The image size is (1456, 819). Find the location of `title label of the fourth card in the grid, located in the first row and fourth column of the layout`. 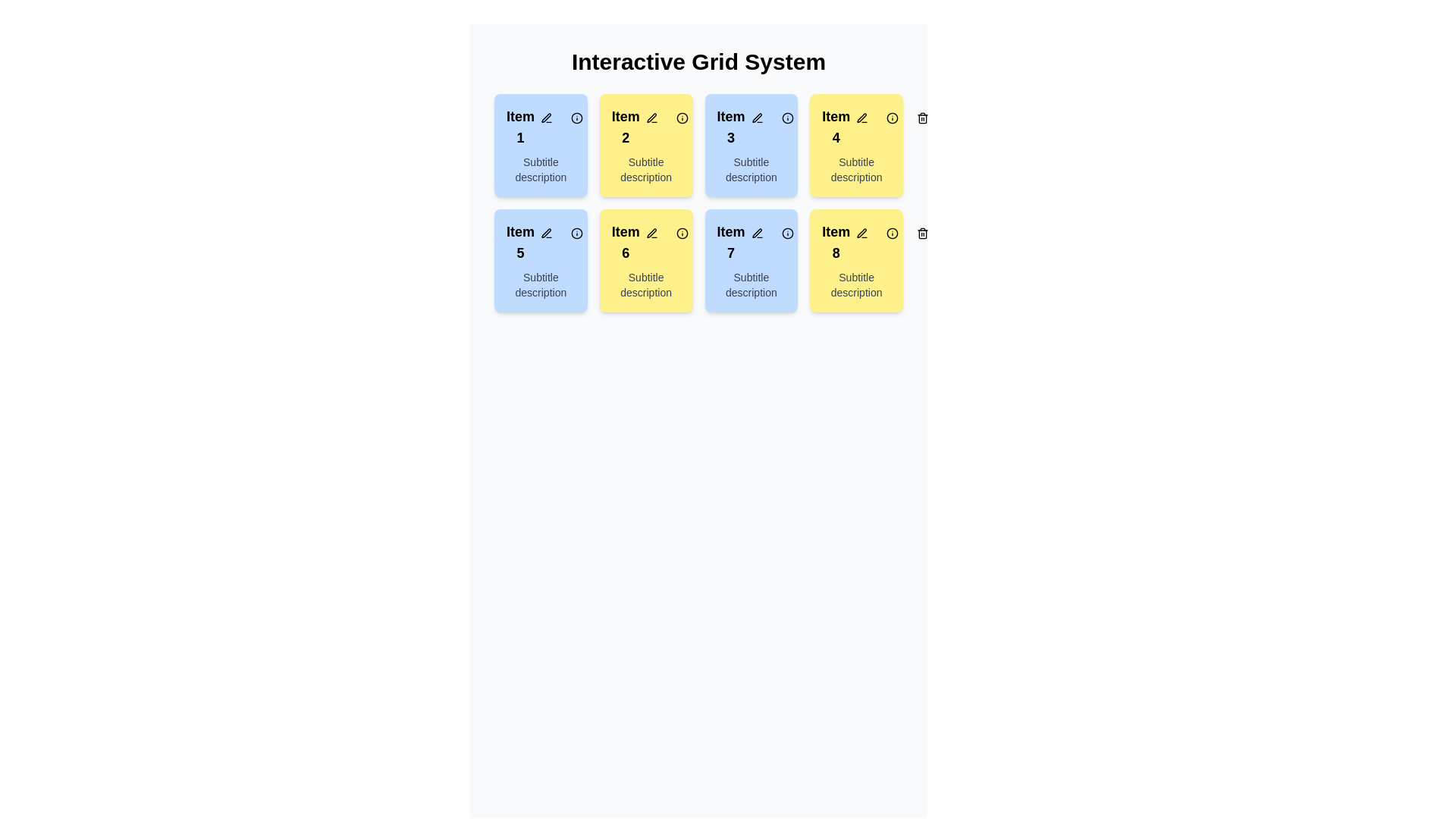

title label of the fourth card in the grid, located in the first row and fourth column of the layout is located at coordinates (856, 127).